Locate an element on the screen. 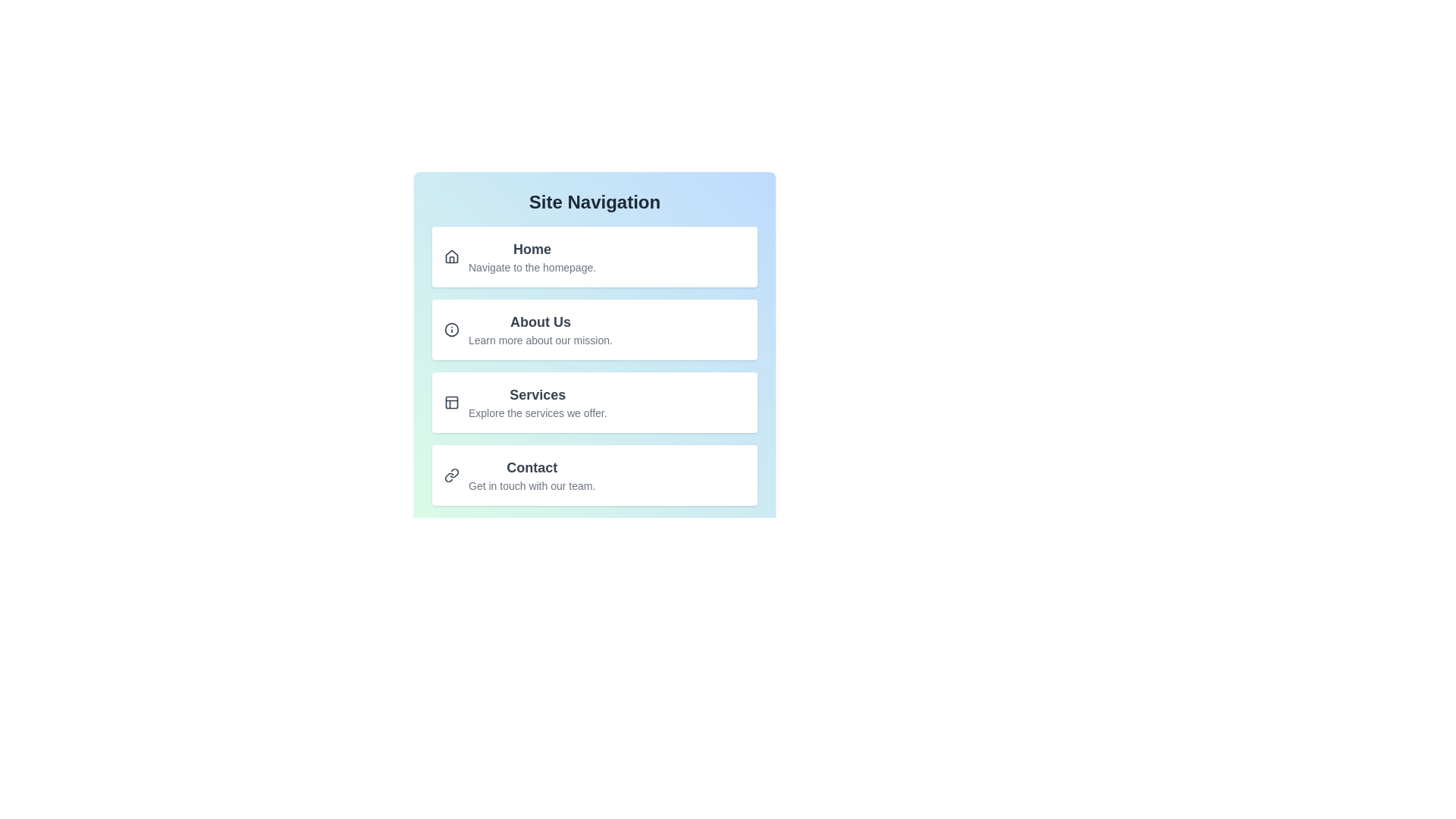 The width and height of the screenshot is (1456, 819). the 'Services' hyperlink element, which features a left-aligned icon resembling a panel design and text that includes a bold headline 'Services' and a smaller subtext 'Explore the services we offer.' This element is the third navigational card in a vertical list, positioned between 'About Us' and 'Contact.' is located at coordinates (594, 402).